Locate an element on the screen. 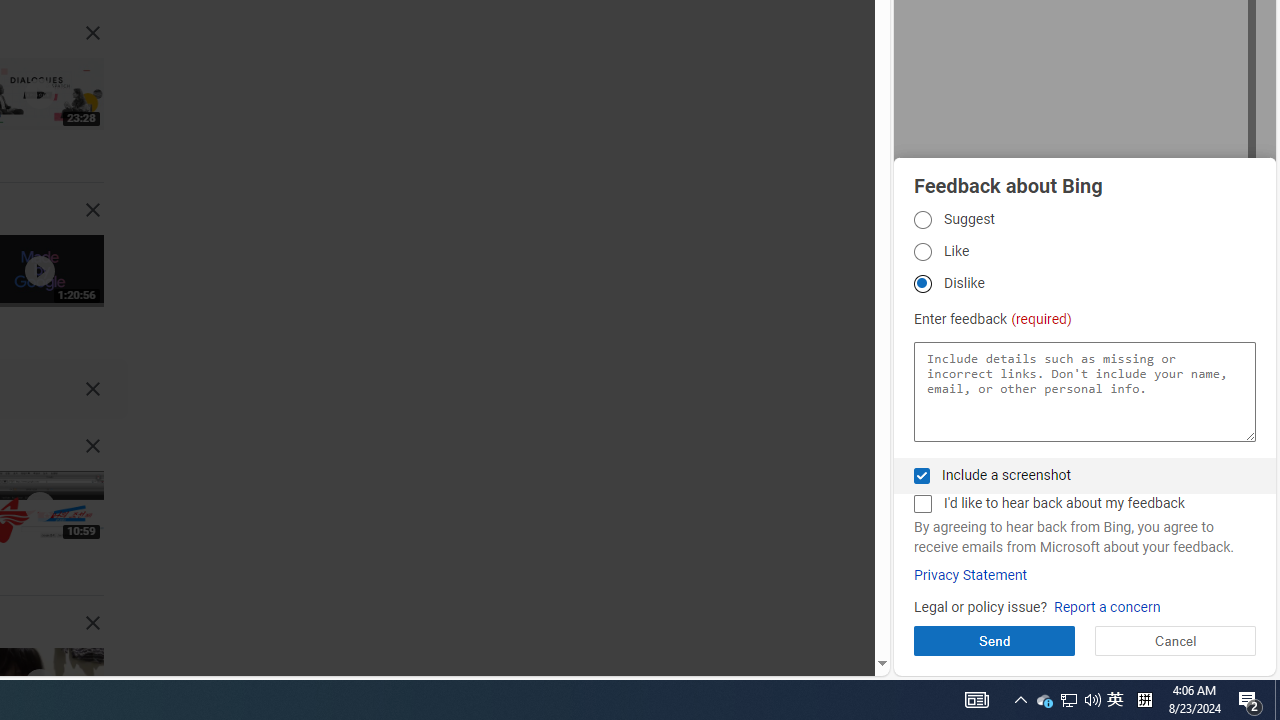 This screenshot has width=1280, height=720. 'Dislike Dislike' is located at coordinates (921, 284).